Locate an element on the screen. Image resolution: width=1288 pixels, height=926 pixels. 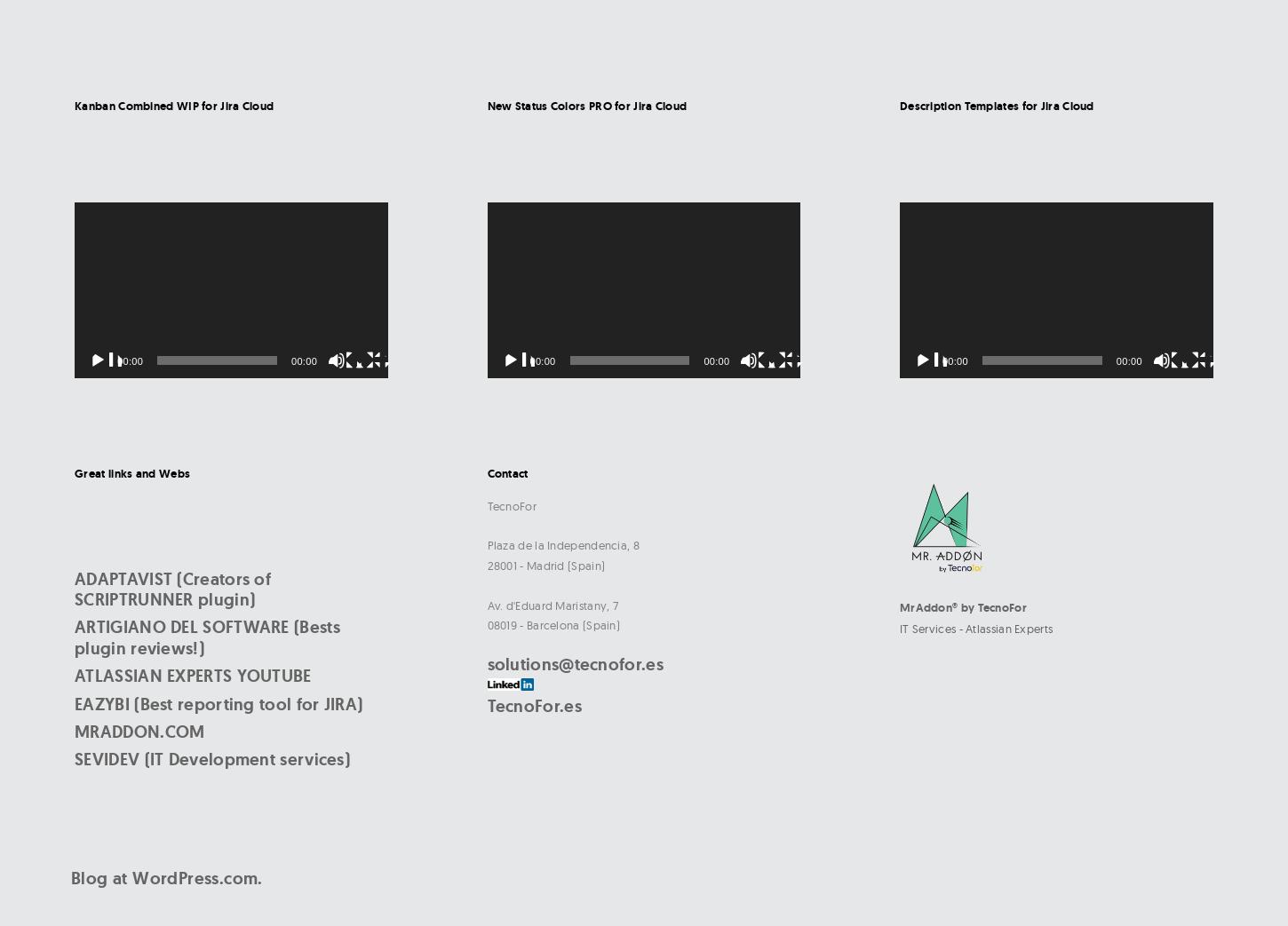
'Great links and Webs' is located at coordinates (74, 473).